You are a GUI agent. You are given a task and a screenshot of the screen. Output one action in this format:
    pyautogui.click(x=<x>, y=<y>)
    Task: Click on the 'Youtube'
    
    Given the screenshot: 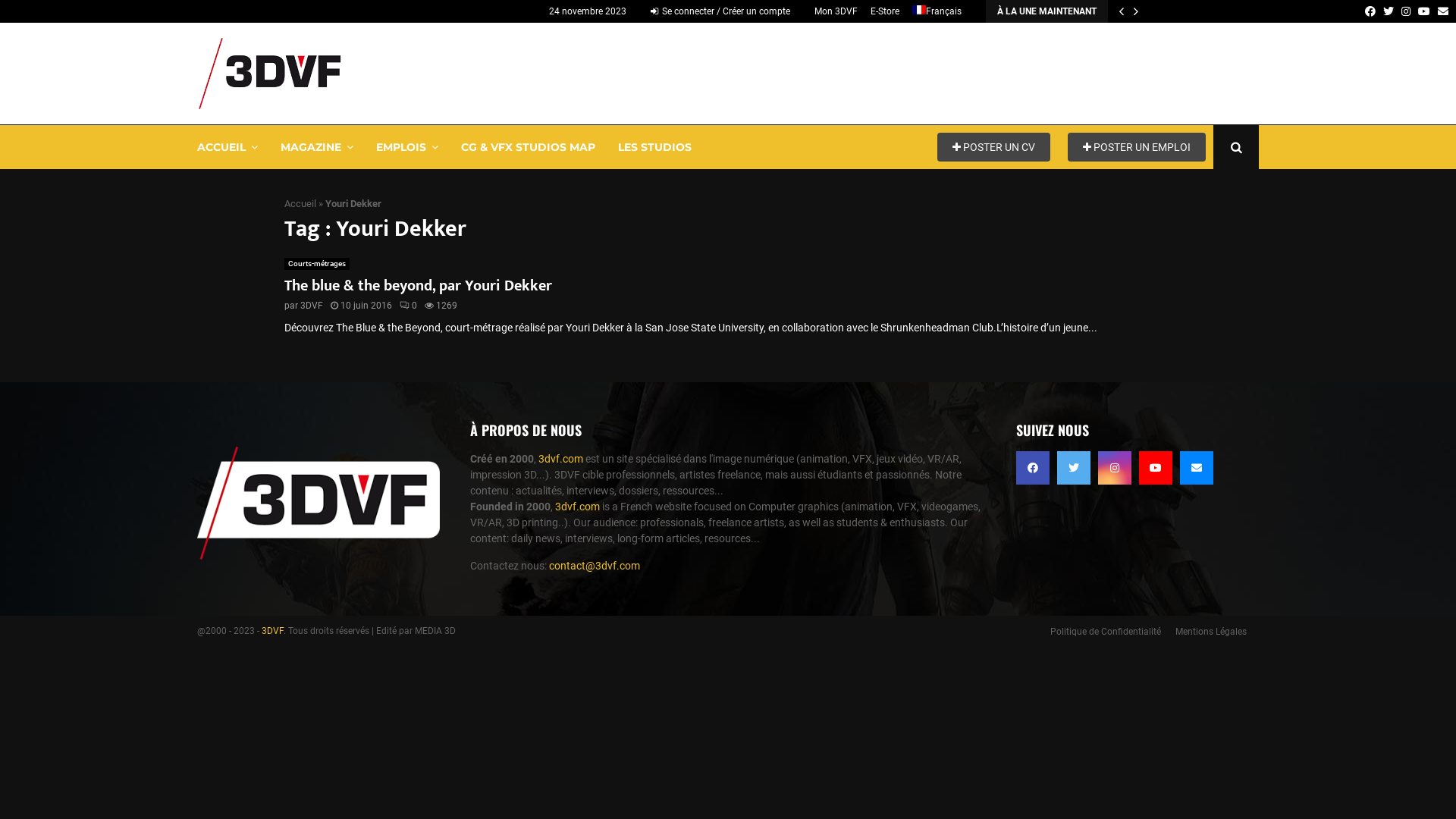 What is the action you would take?
    pyautogui.click(x=1154, y=467)
    